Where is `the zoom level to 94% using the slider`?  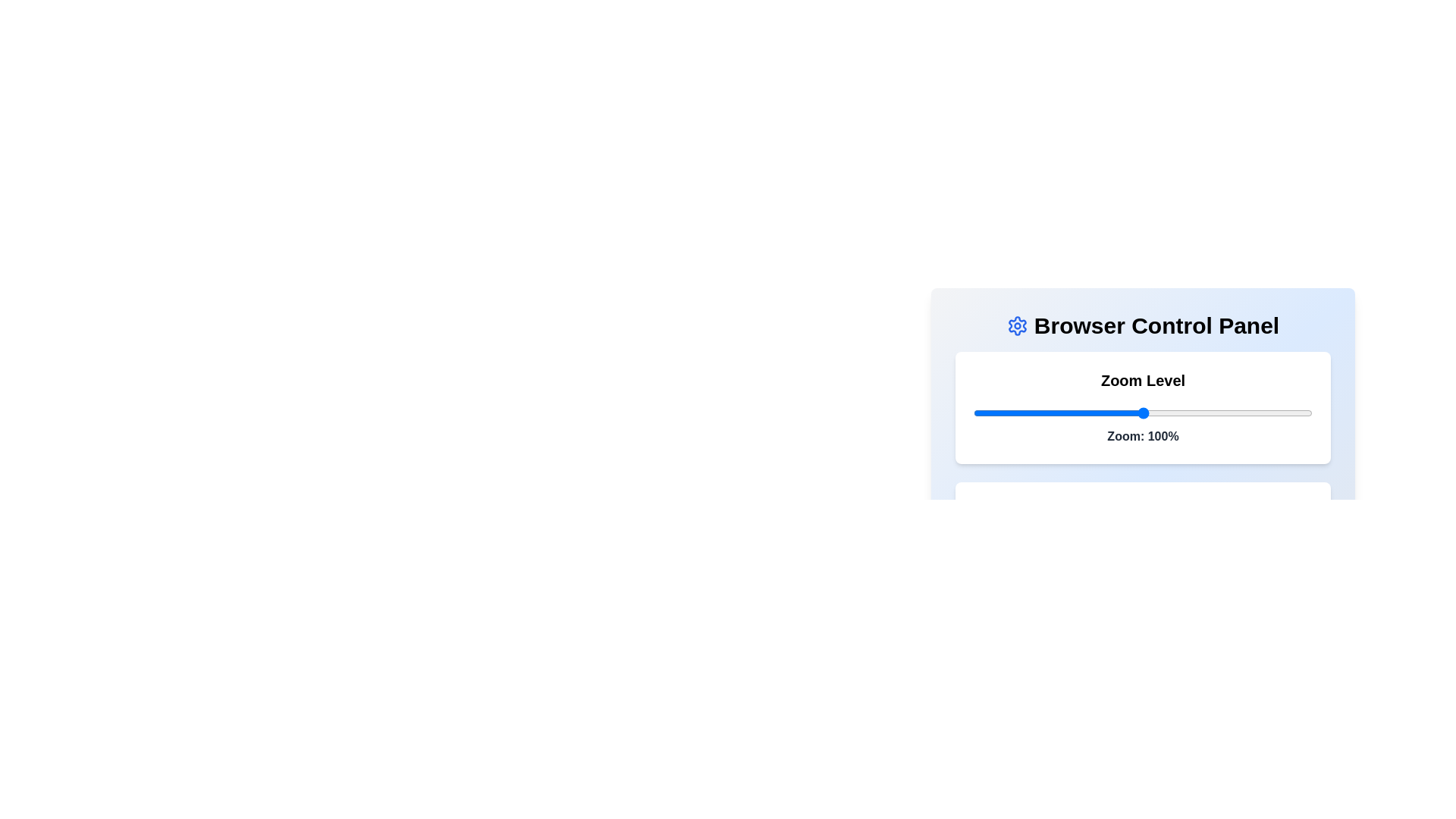 the zoom level to 94% using the slider is located at coordinates (1122, 413).